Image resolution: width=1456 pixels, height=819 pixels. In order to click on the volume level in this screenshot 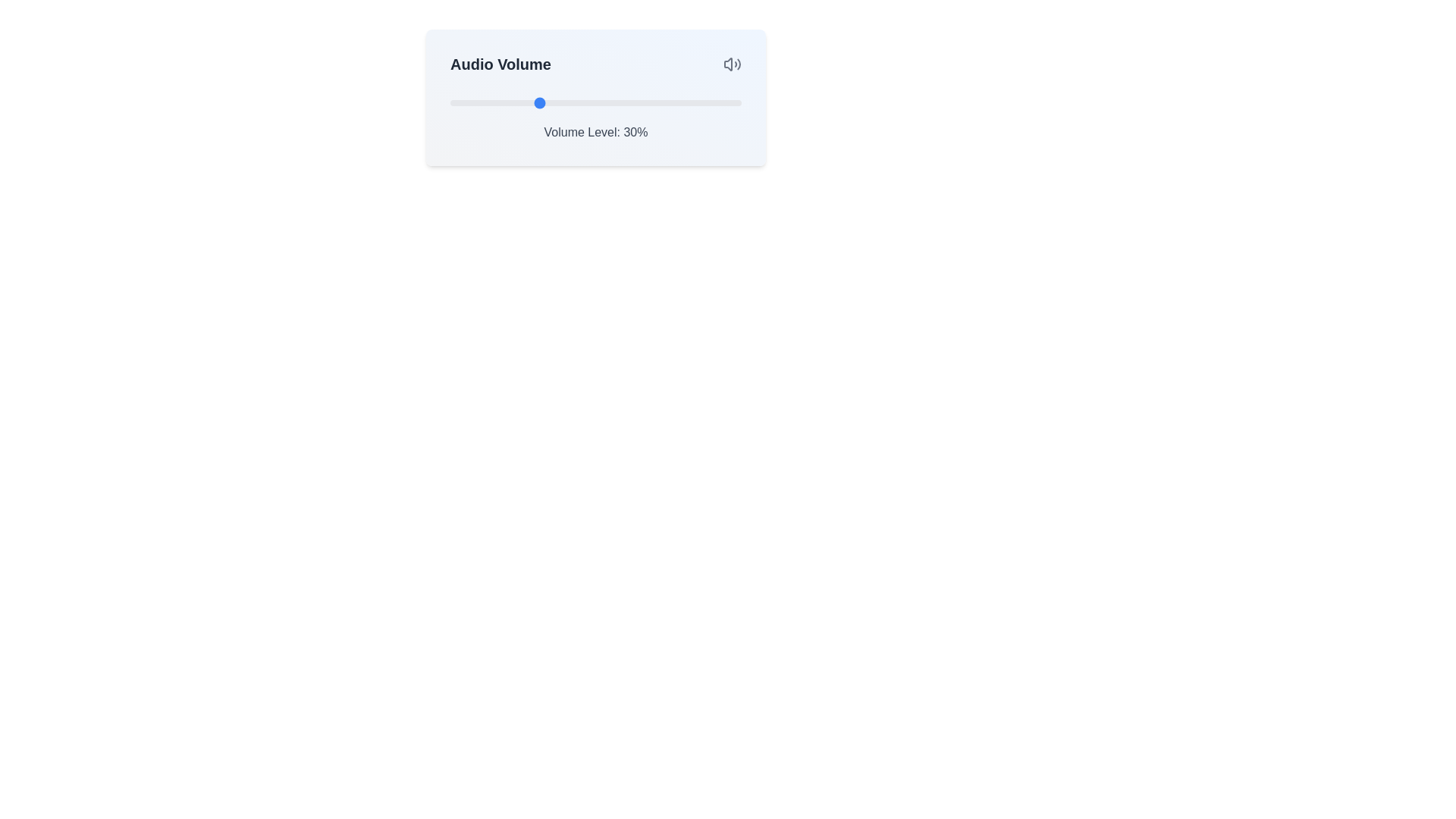, I will do `click(636, 102)`.